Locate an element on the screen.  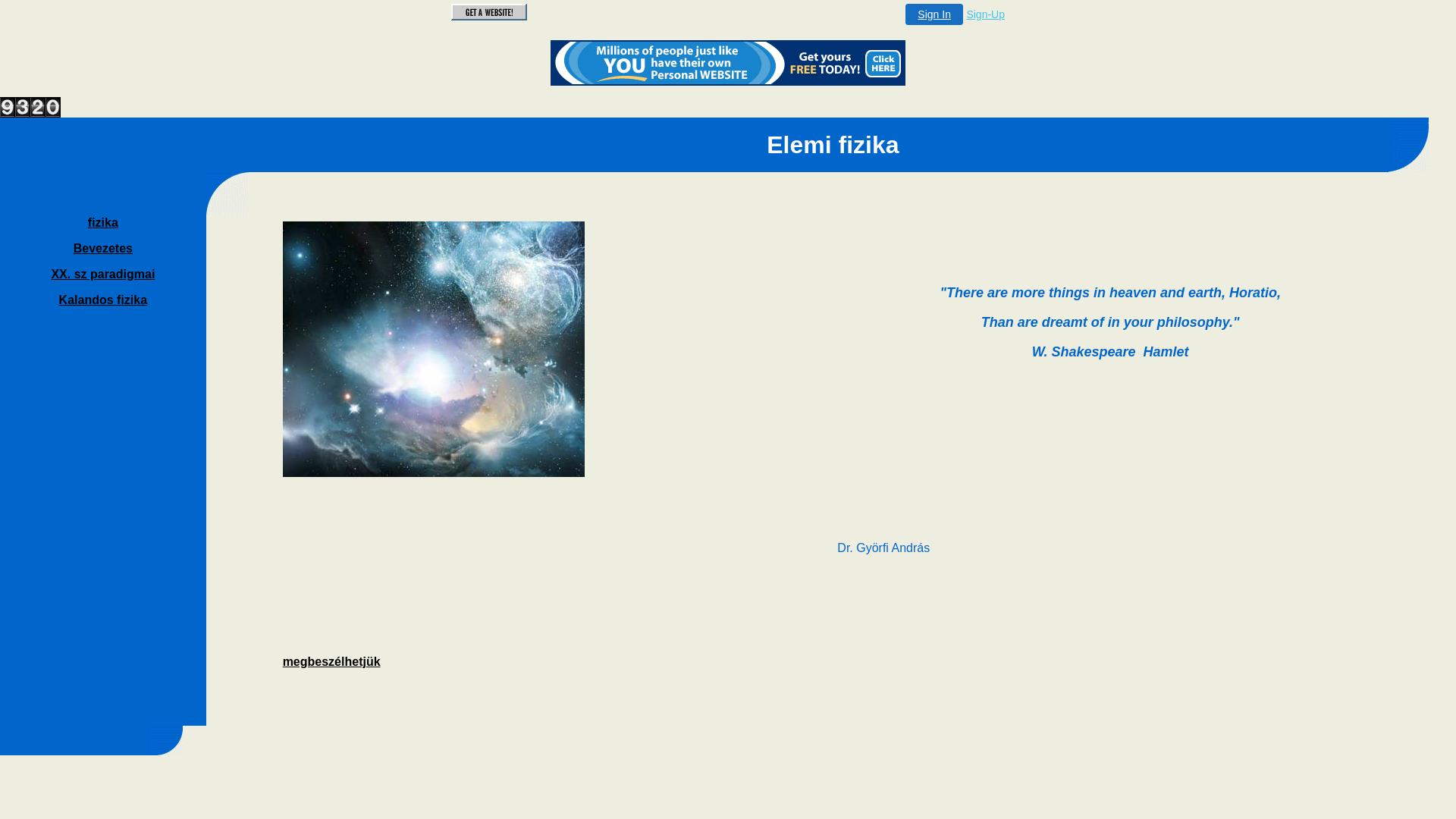
'Bevezetes' is located at coordinates (72, 247).